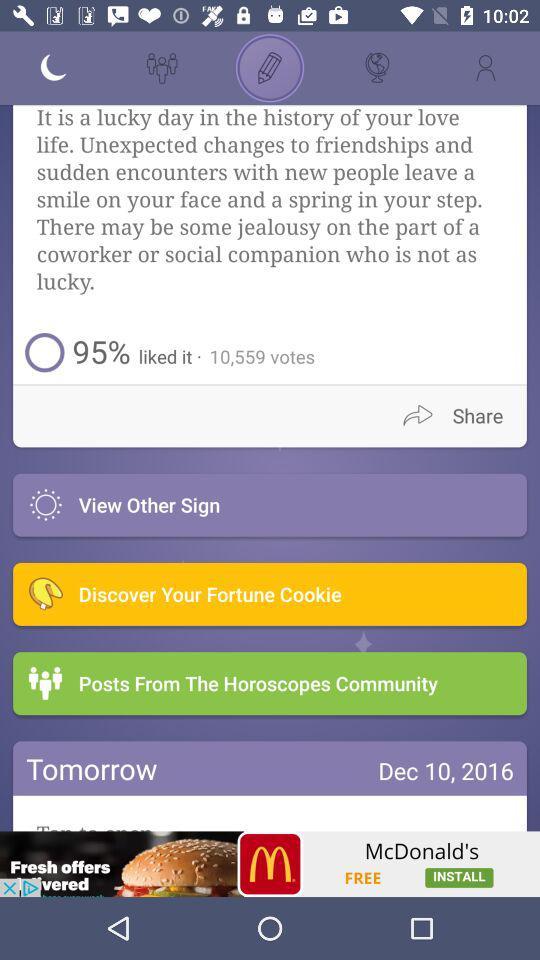 The width and height of the screenshot is (540, 960). What do you see at coordinates (270, 68) in the screenshot?
I see `the edit icon` at bounding box center [270, 68].